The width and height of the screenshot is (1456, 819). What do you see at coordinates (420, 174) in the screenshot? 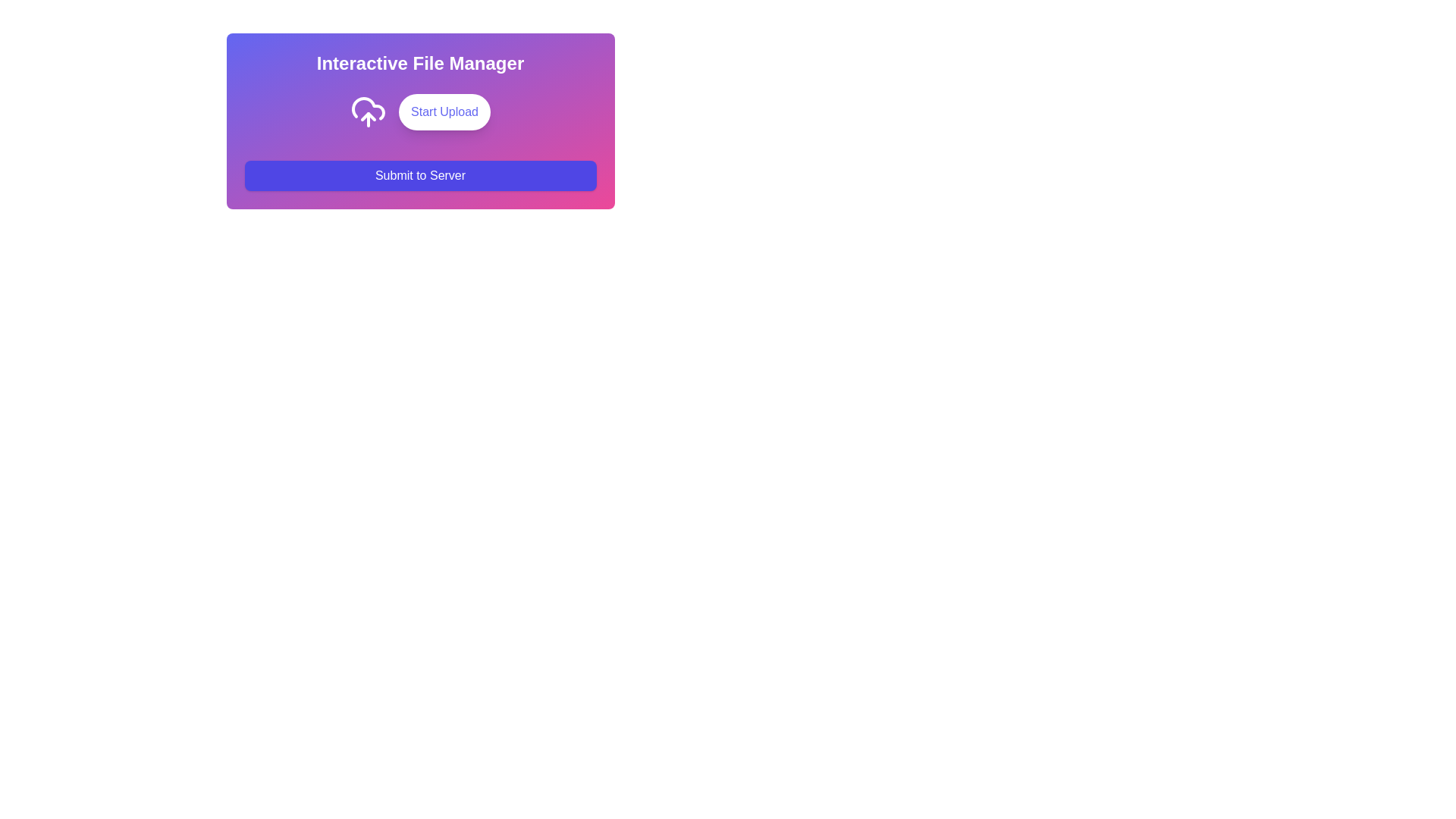
I see `the 'Submit to Server' button, which is a rectangular button with an indigo background and white bold text, located below the 'Start Upload' button` at bounding box center [420, 174].